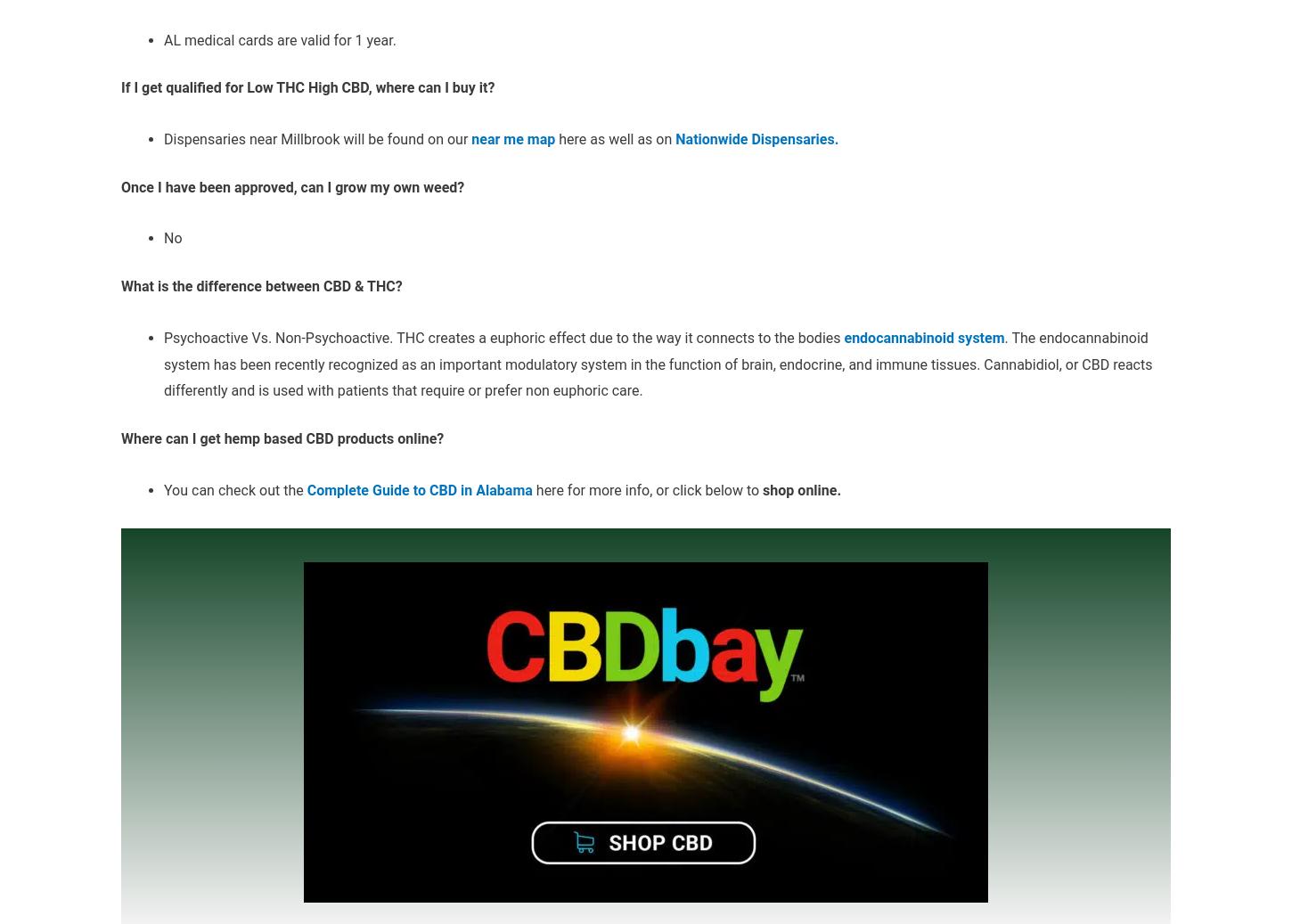 Image resolution: width=1292 pixels, height=924 pixels. I want to click on 'What is the difference between CBD & THC?', so click(261, 285).